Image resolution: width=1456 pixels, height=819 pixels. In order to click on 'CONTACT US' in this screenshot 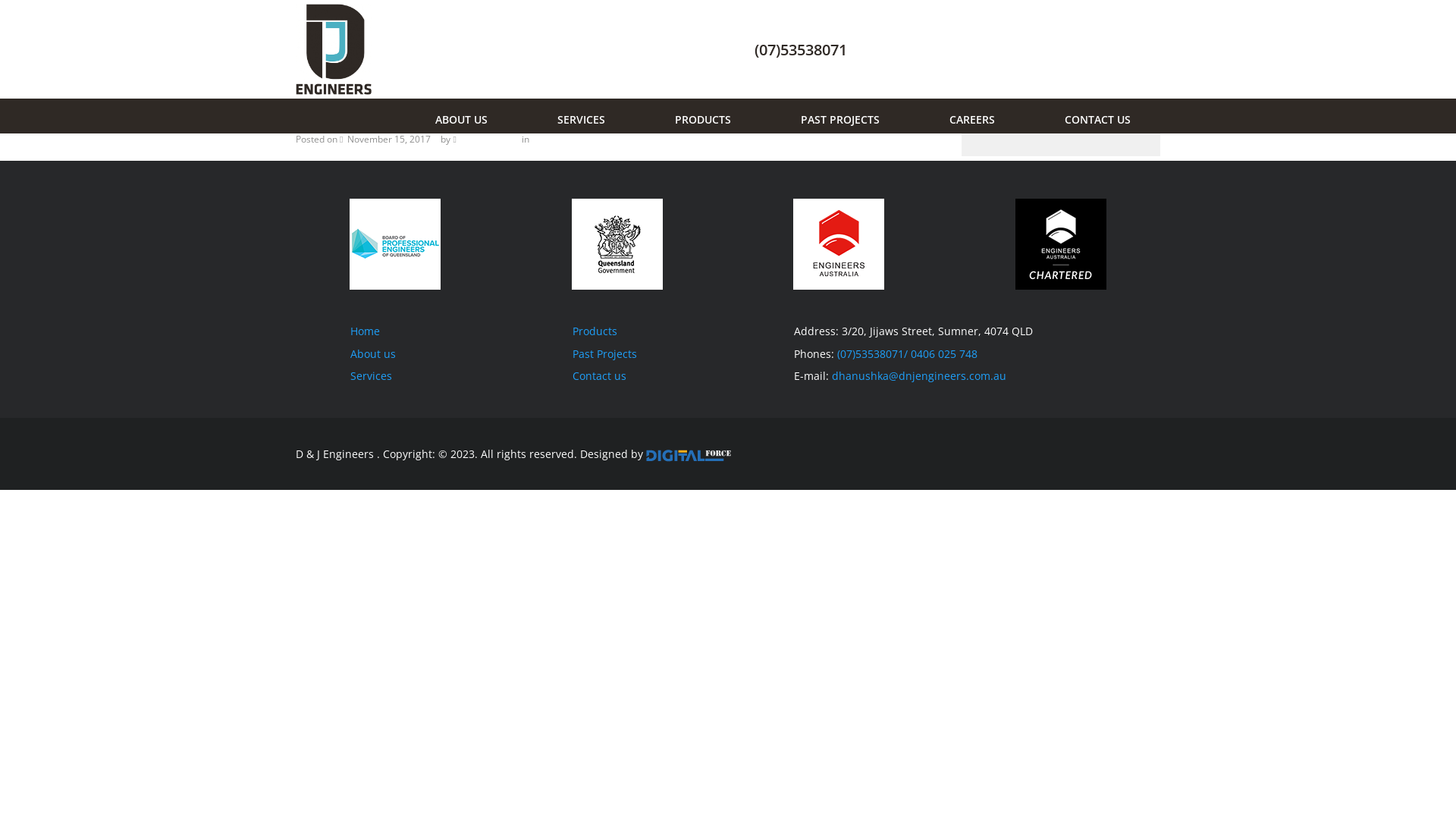, I will do `click(1094, 115)`.